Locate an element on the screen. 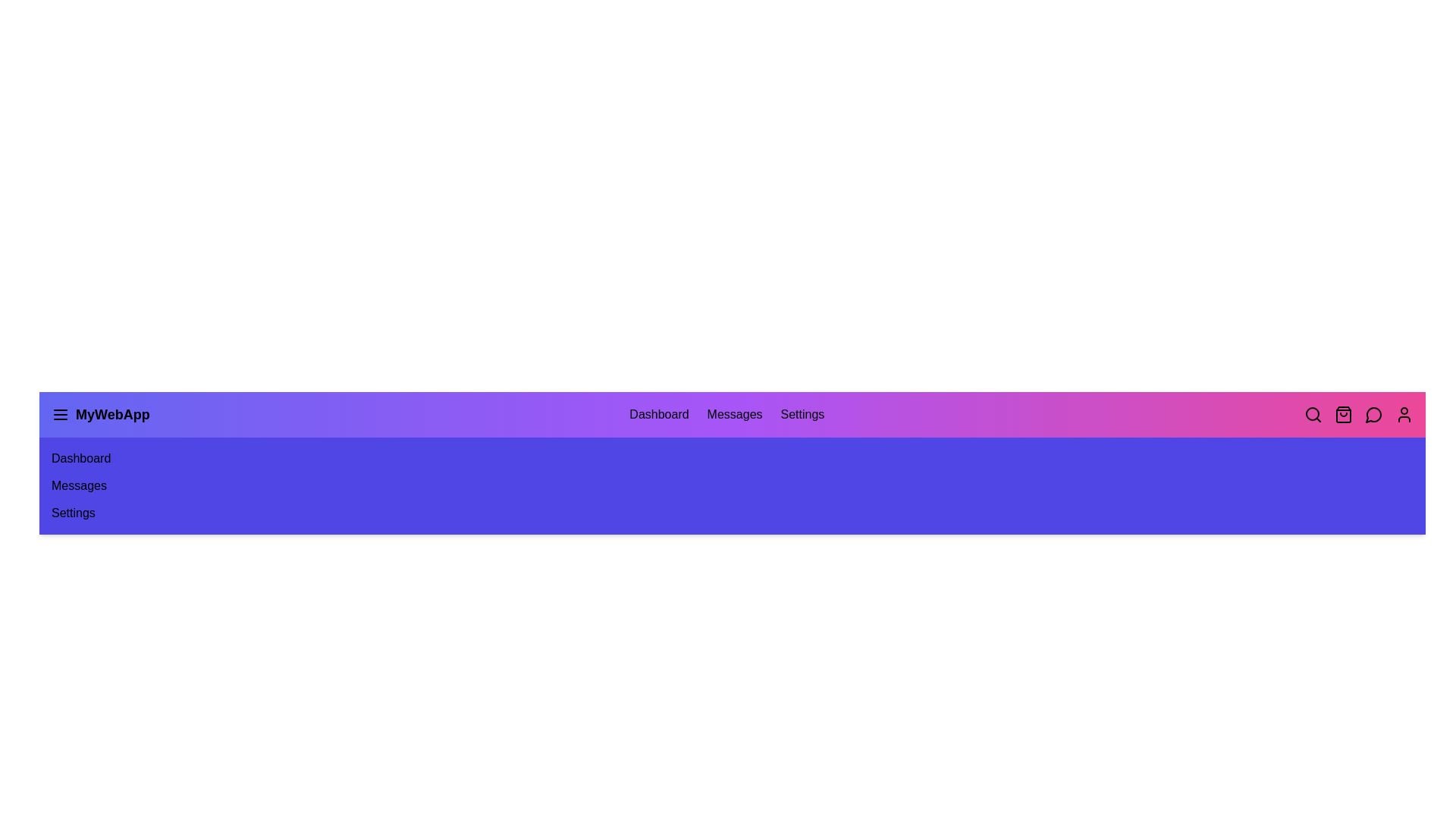  the menu item Dashboard to observe the hover effect is located at coordinates (659, 415).